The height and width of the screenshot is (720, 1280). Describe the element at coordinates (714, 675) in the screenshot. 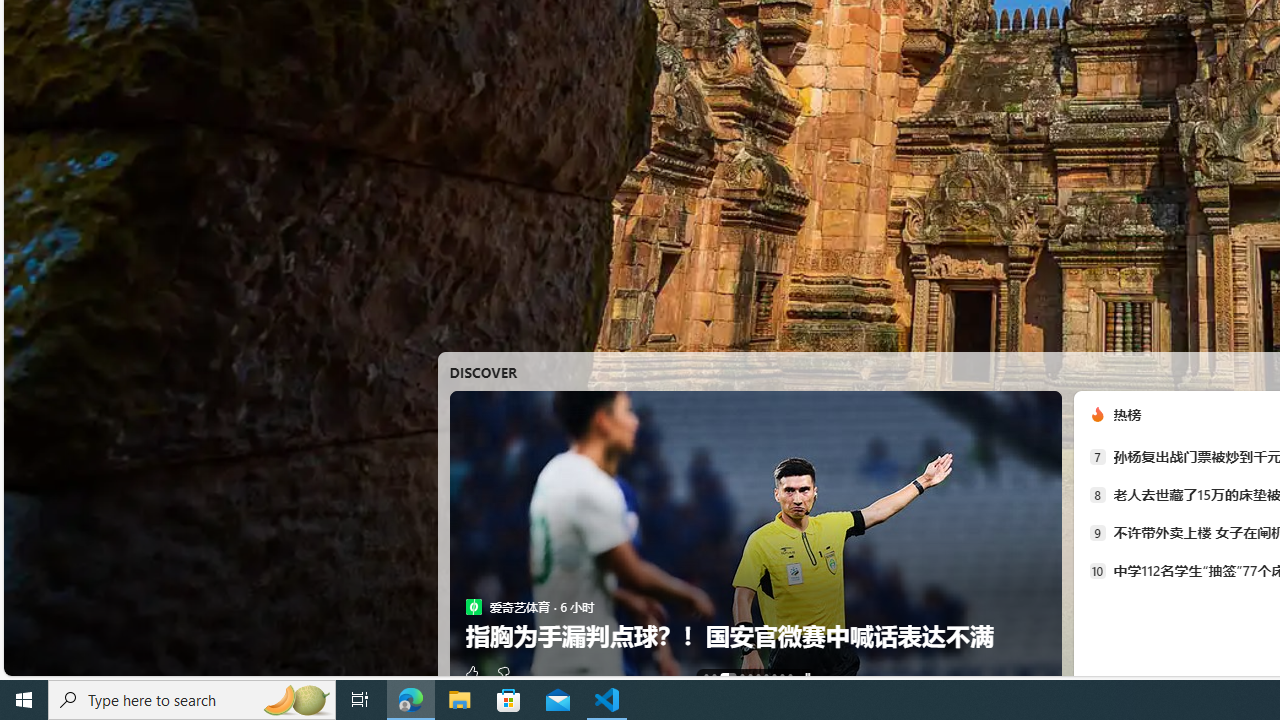

I see `'AutomationID: tab-1'` at that location.